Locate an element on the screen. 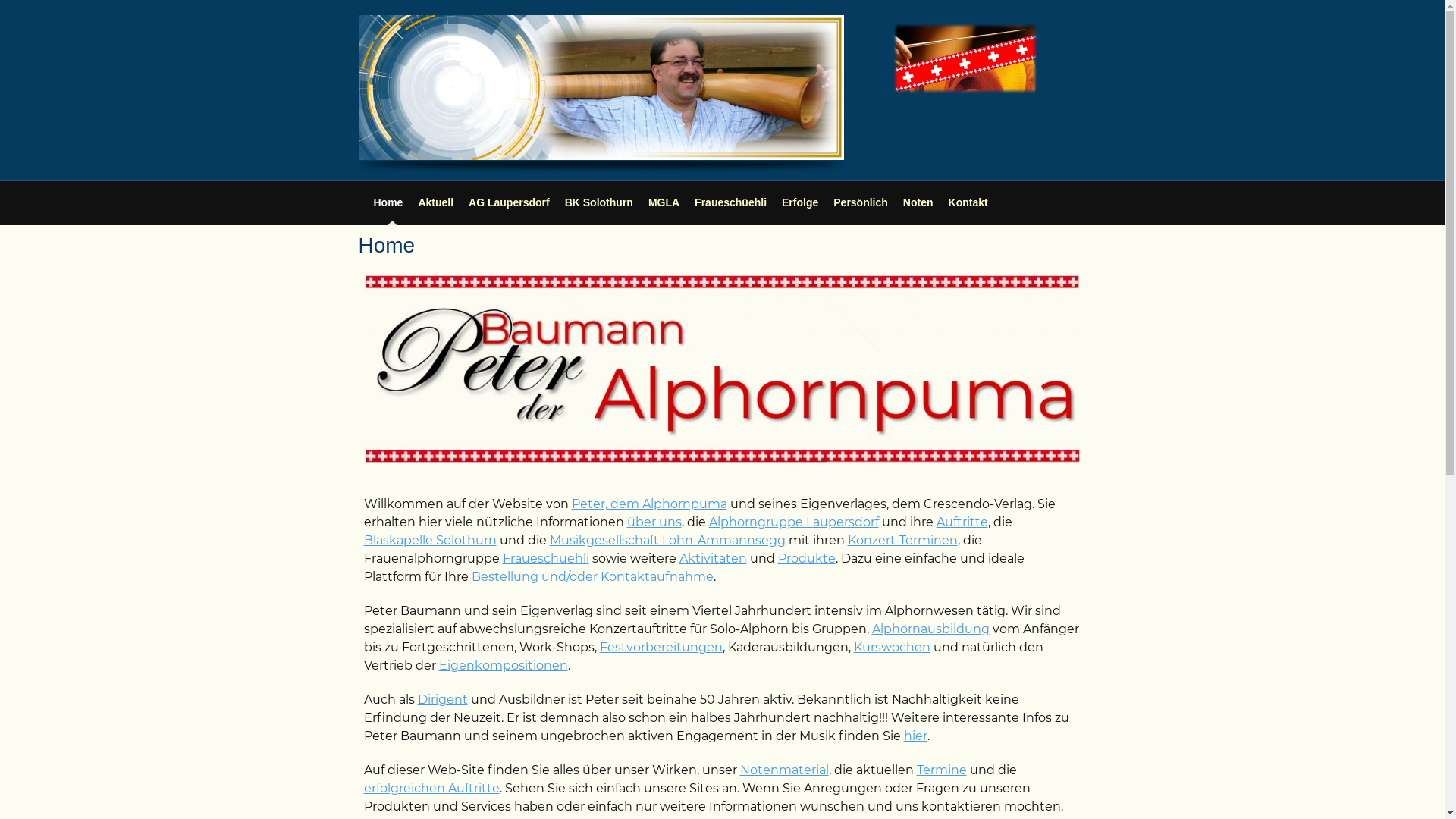  'Home' is located at coordinates (388, 201).